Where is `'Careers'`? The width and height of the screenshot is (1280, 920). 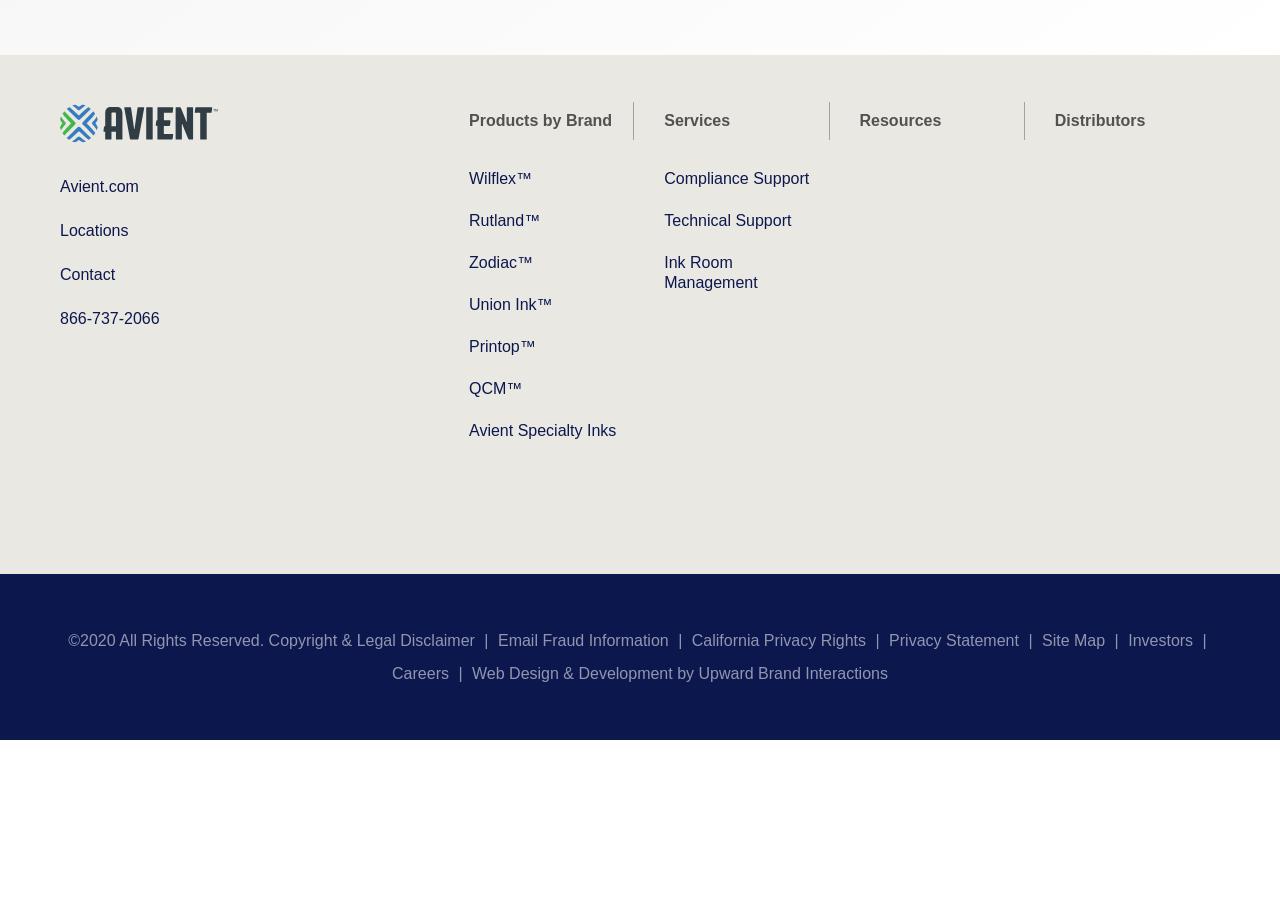 'Careers' is located at coordinates (418, 672).